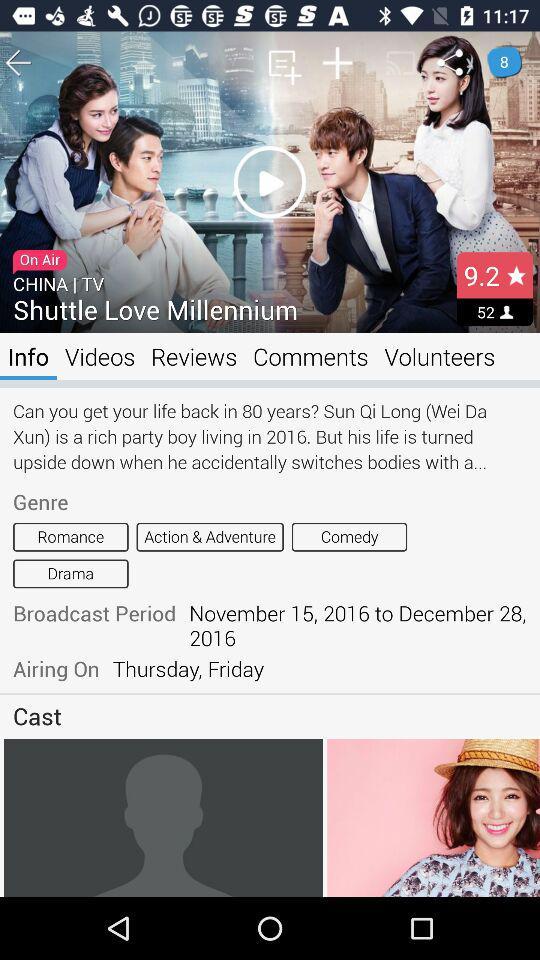 Image resolution: width=540 pixels, height=960 pixels. Describe the element at coordinates (348, 536) in the screenshot. I see `icon next to the action & adventure item` at that location.